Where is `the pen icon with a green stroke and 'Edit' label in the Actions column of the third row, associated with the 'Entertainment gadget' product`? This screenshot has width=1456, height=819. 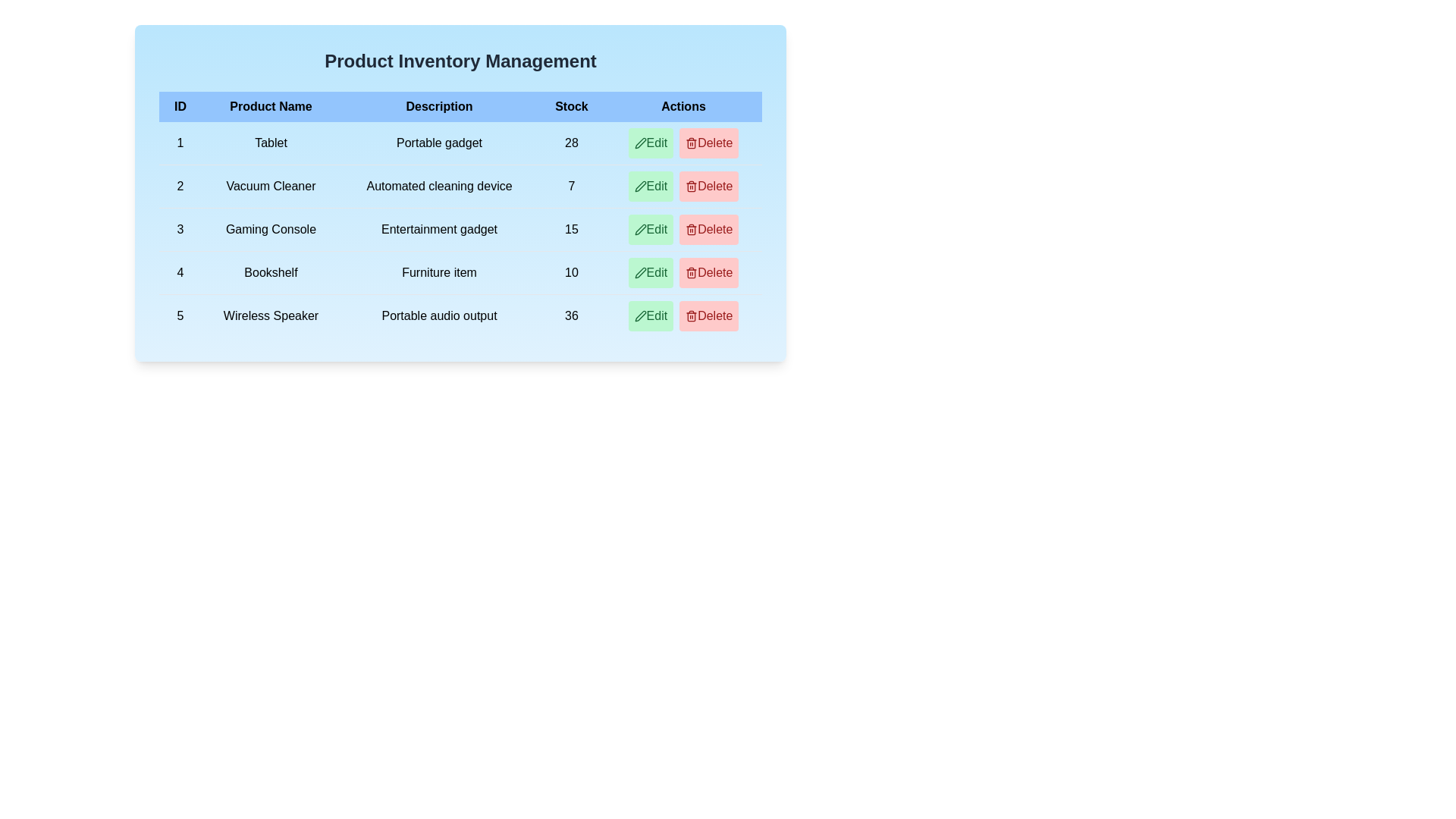
the pen icon with a green stroke and 'Edit' label in the Actions column of the third row, associated with the 'Entertainment gadget' product is located at coordinates (640, 230).